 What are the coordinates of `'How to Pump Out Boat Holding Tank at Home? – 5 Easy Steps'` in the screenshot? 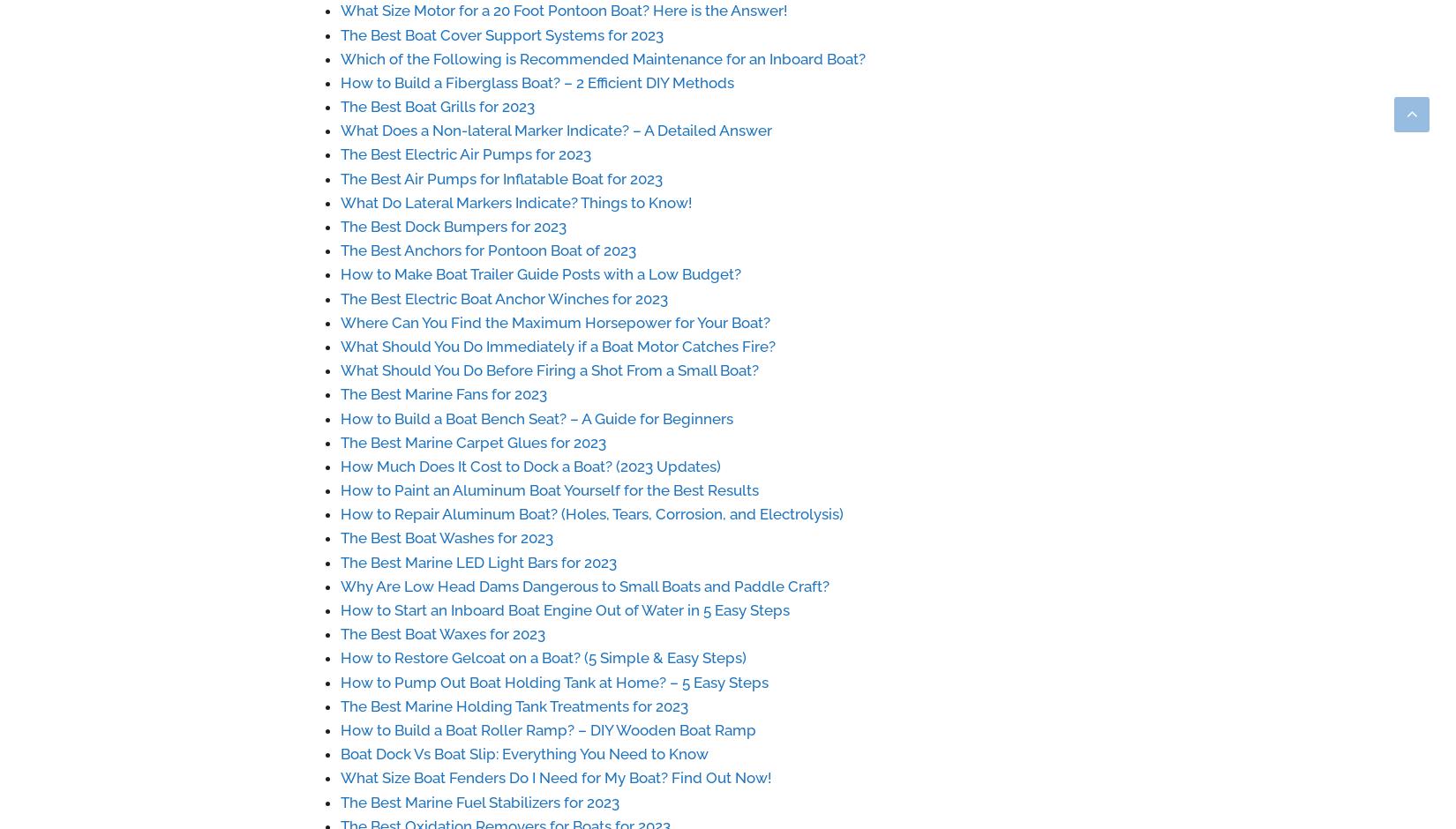 It's located at (340, 680).